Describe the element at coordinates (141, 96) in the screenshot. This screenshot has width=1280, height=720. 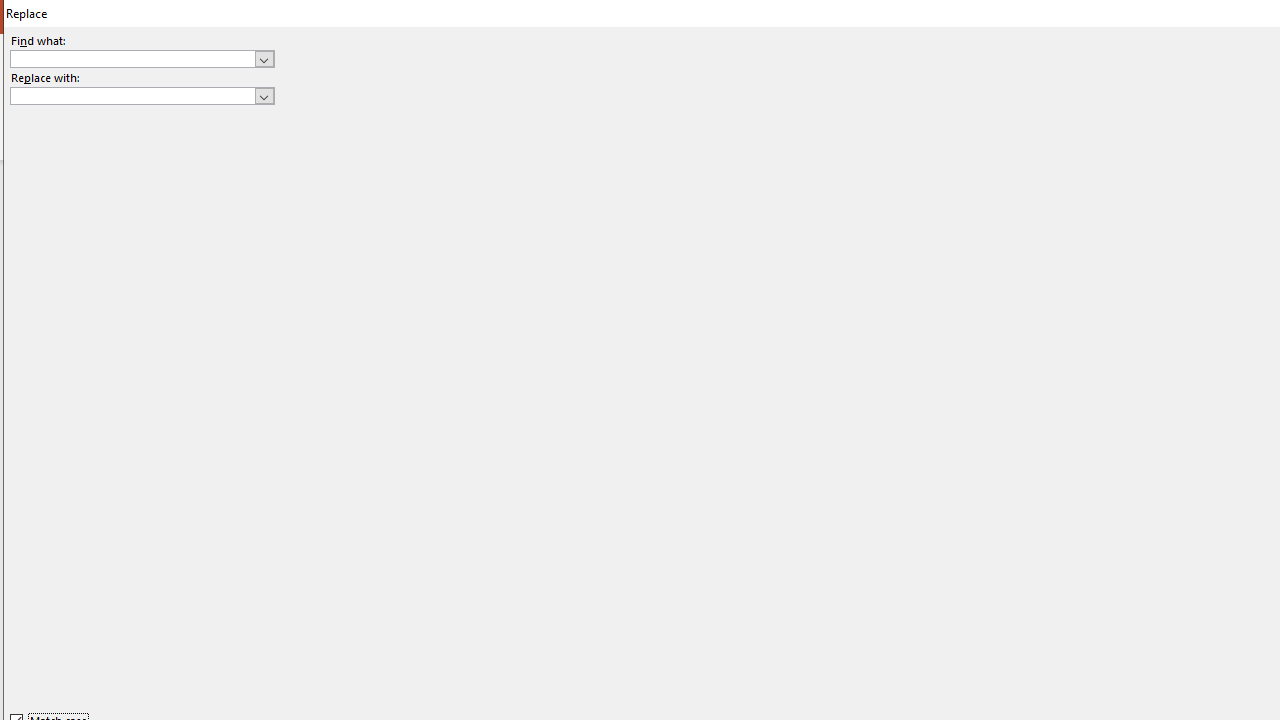
I see `'Replace with'` at that location.